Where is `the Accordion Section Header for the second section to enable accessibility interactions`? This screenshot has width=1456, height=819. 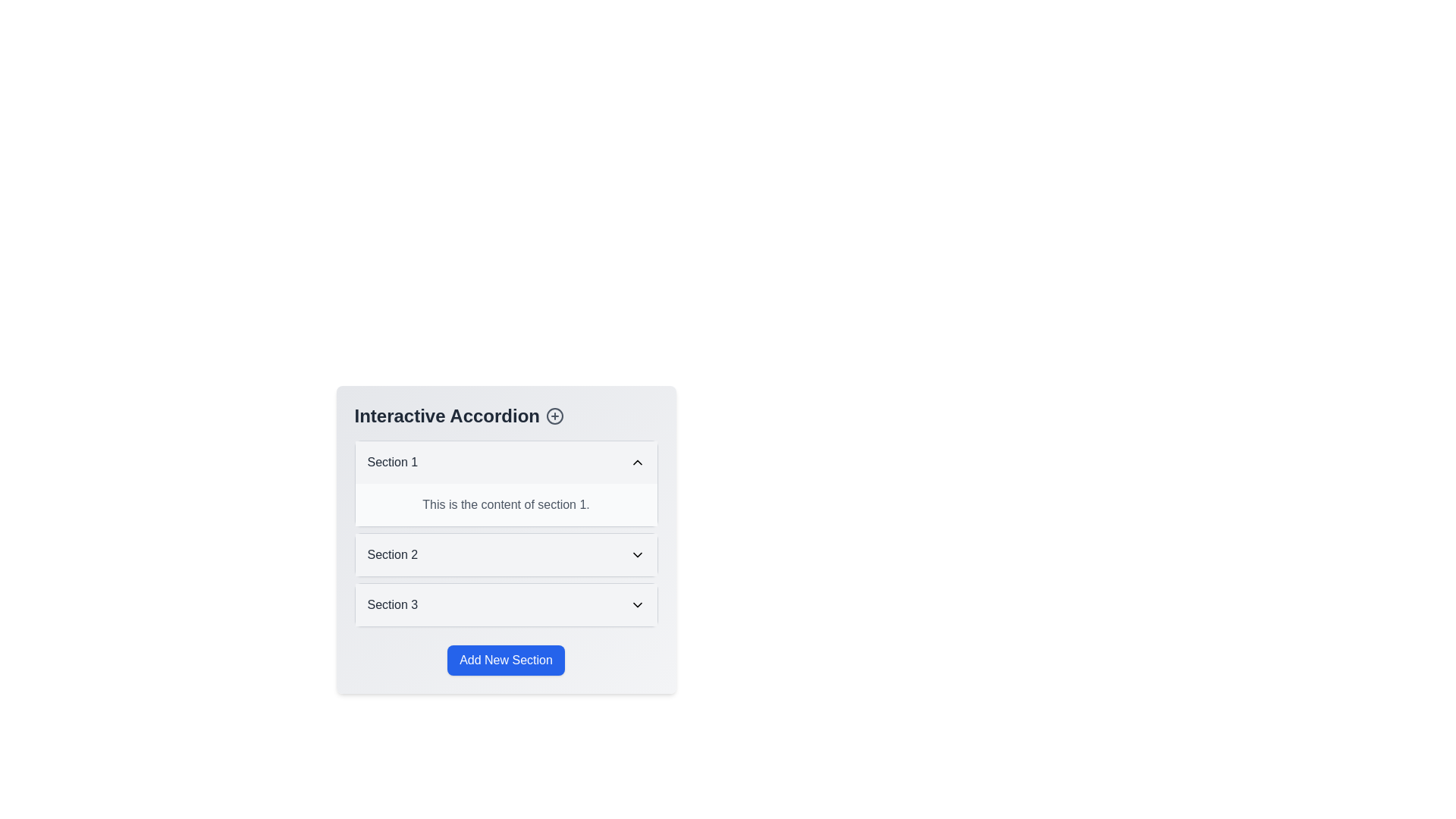
the Accordion Section Header for the second section to enable accessibility interactions is located at coordinates (506, 555).